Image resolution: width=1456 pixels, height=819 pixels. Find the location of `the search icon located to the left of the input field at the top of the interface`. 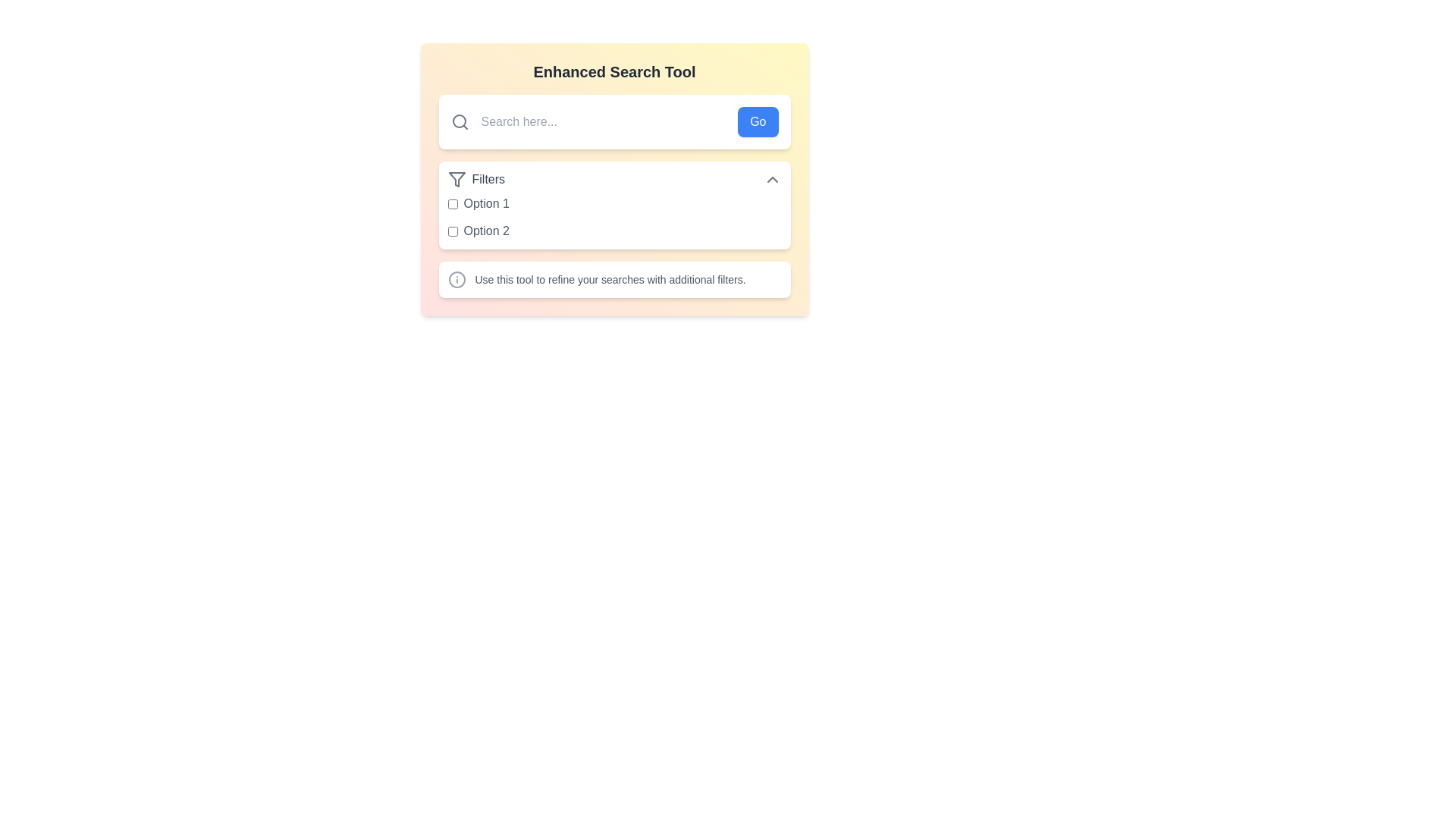

the search icon located to the left of the input field at the top of the interface is located at coordinates (459, 121).